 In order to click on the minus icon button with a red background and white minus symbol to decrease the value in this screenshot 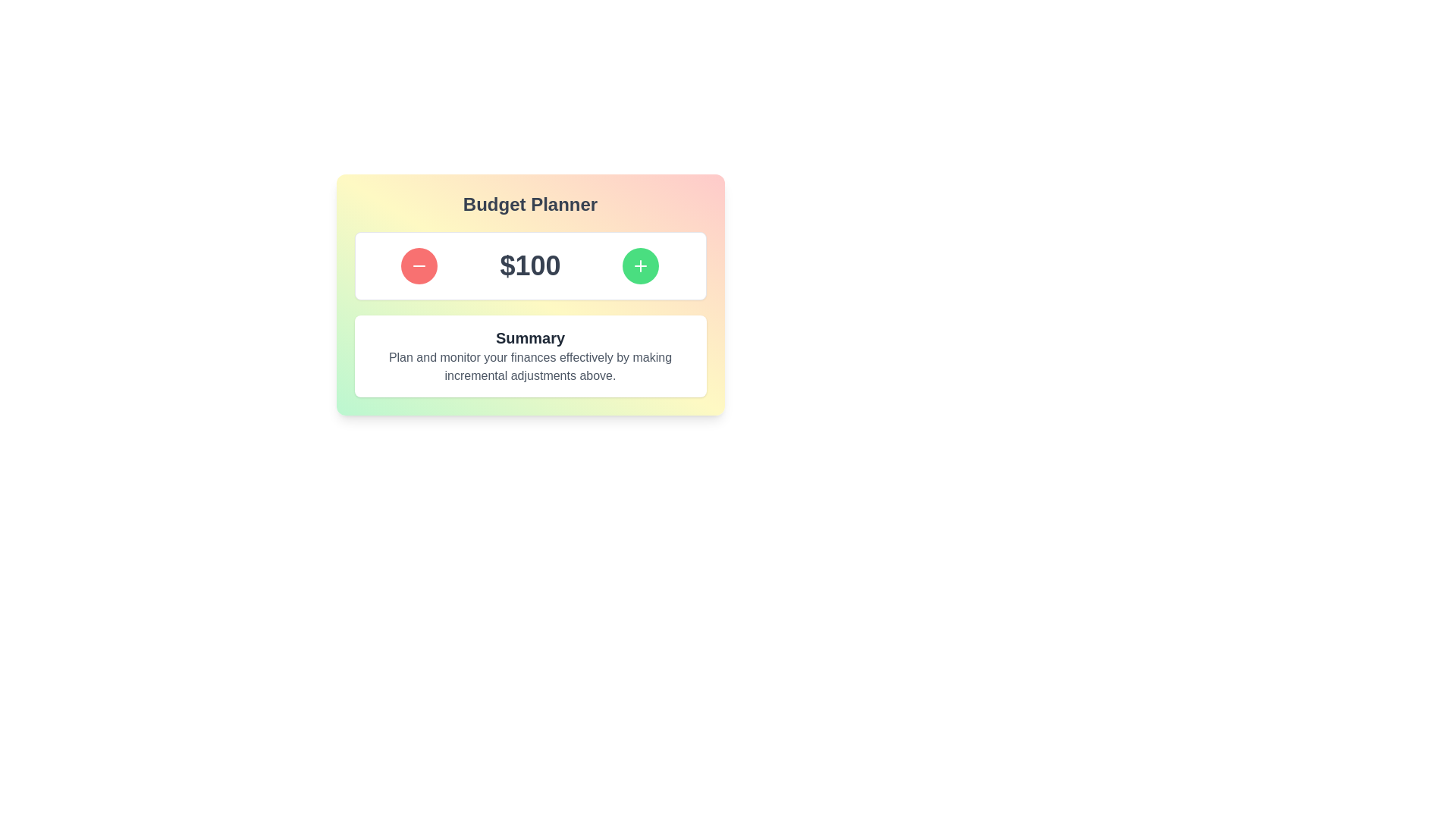, I will do `click(419, 265)`.